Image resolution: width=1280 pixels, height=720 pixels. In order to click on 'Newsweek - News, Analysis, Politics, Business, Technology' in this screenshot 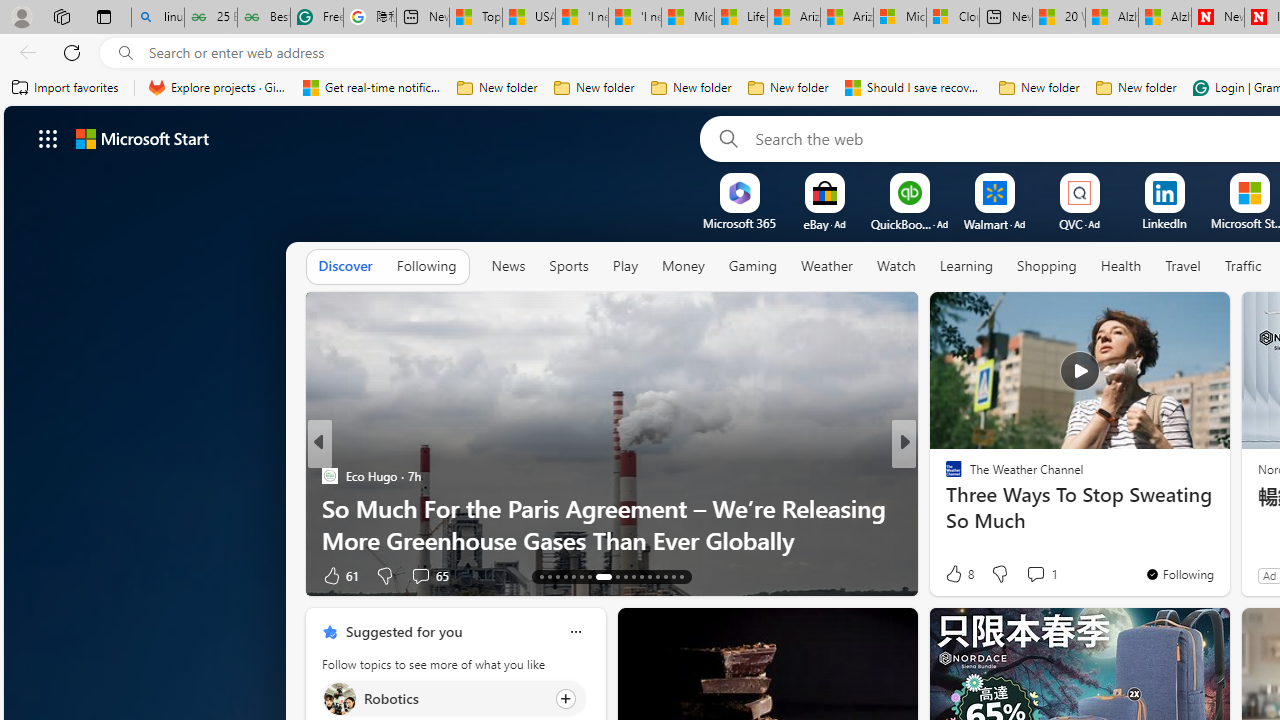, I will do `click(1216, 17)`.